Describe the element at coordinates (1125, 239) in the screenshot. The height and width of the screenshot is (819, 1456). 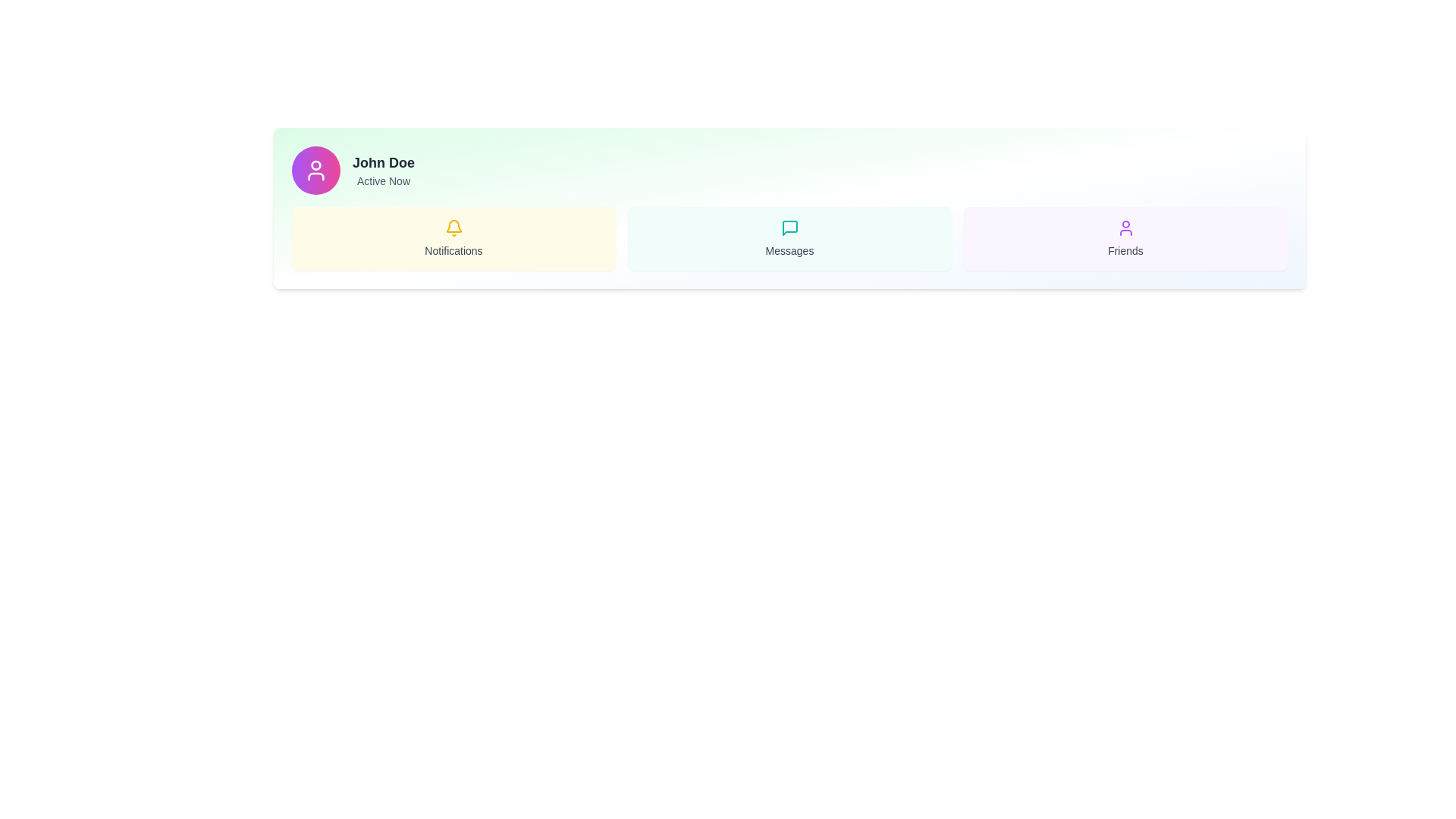
I see `the navigational card labeled 'Friends', which is the rightmost box in the third column of the grid layout` at that location.